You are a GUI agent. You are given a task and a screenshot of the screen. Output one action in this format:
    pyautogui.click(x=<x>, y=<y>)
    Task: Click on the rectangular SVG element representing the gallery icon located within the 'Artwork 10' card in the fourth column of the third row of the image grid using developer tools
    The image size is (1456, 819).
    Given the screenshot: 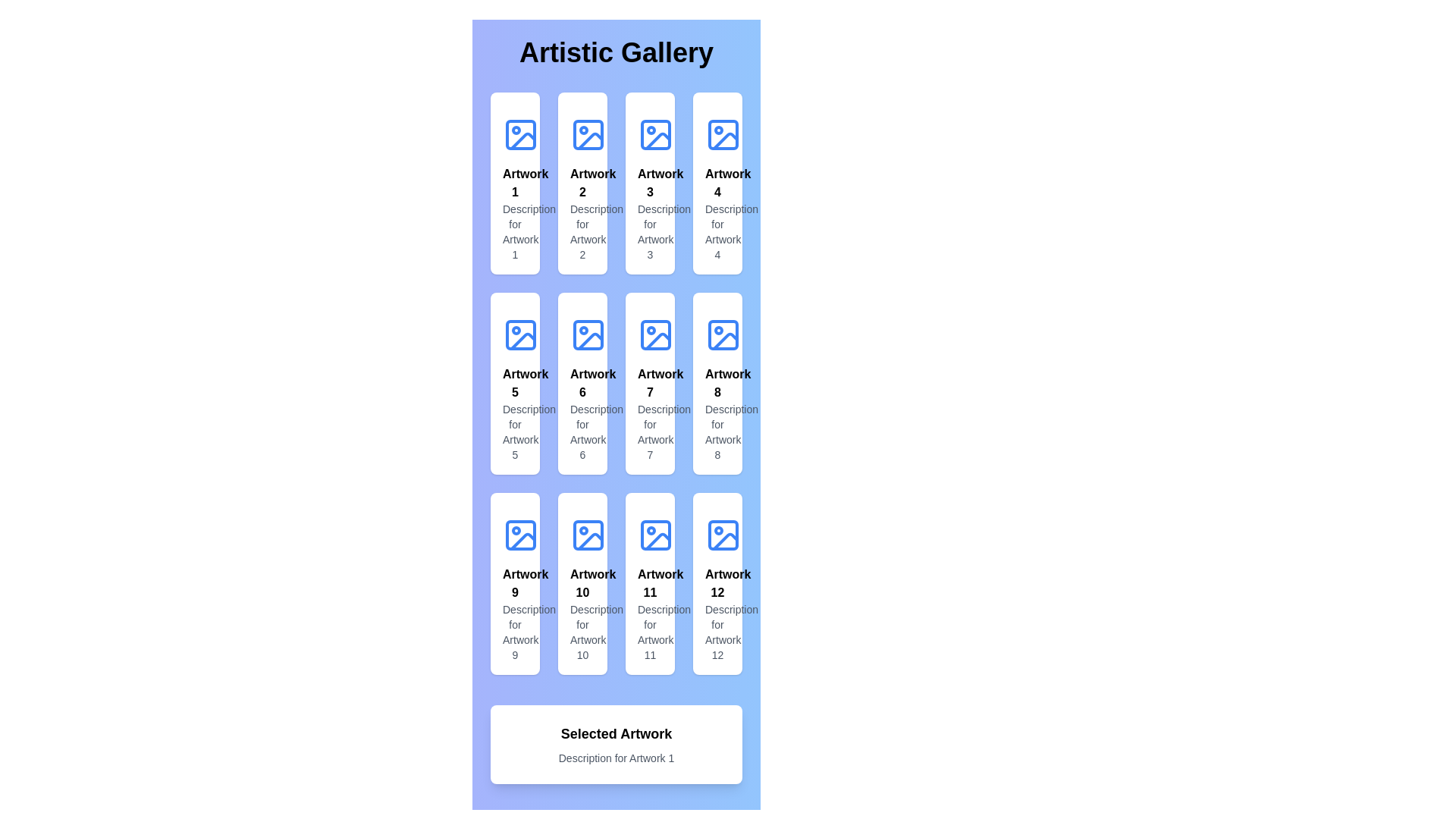 What is the action you would take?
    pyautogui.click(x=588, y=534)
    